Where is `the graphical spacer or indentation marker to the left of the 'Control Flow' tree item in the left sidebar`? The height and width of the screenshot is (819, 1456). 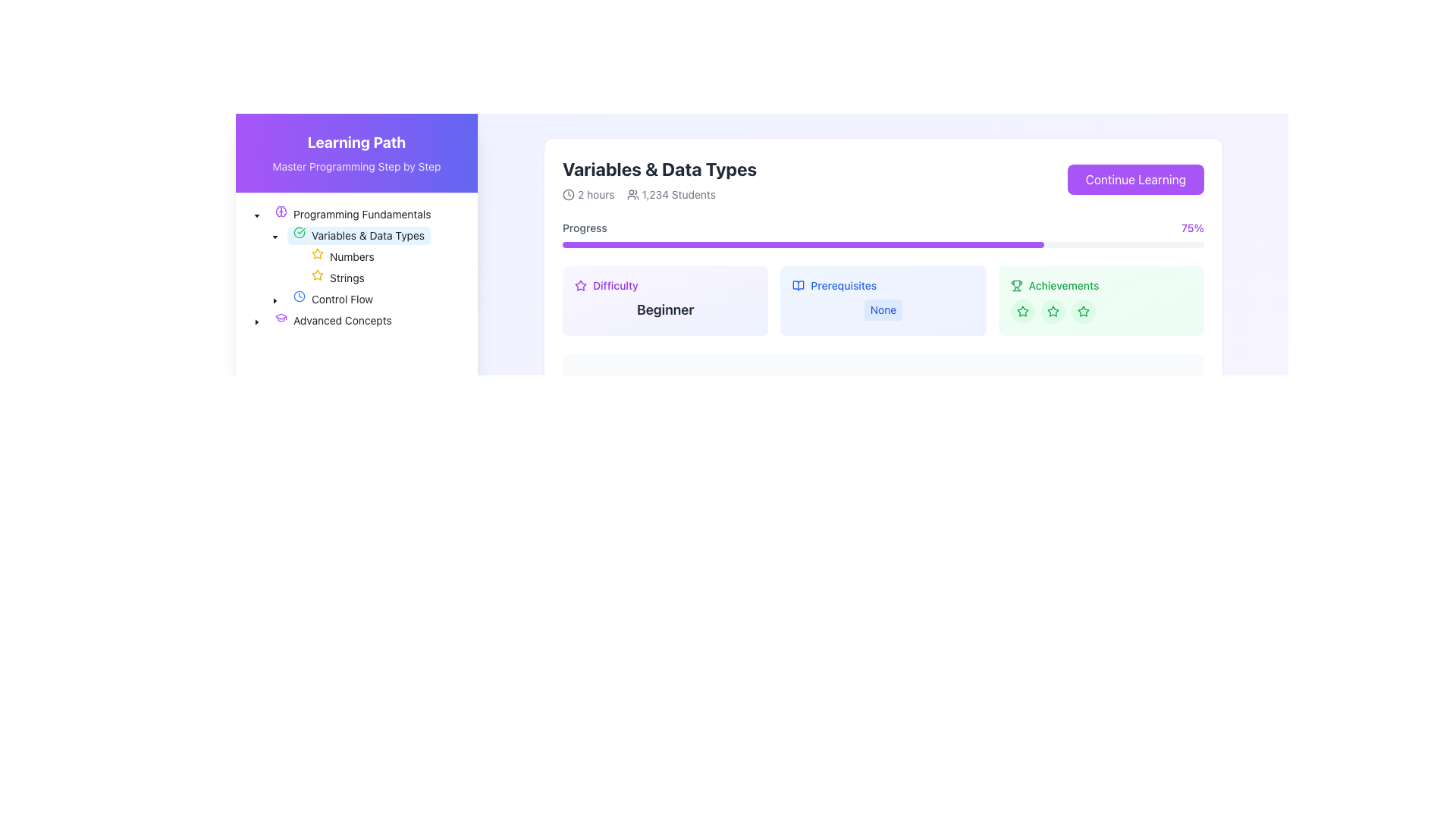 the graphical spacer or indentation marker to the left of the 'Control Flow' tree item in the left sidebar is located at coordinates (257, 299).